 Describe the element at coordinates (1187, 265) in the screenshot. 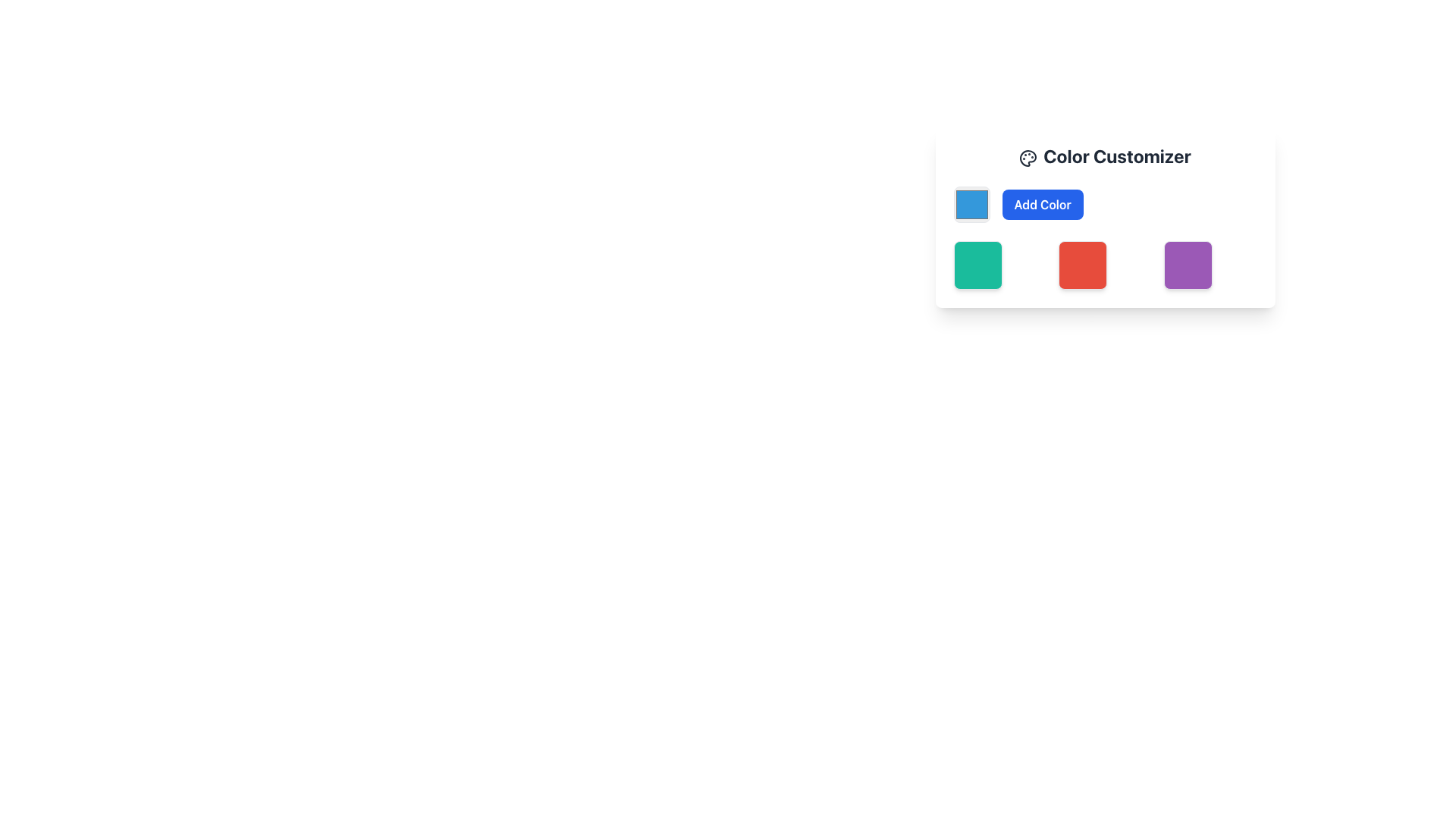

I see `the purple static color swatch located in the bottom-right position of the 'Color Customizer' section` at that location.